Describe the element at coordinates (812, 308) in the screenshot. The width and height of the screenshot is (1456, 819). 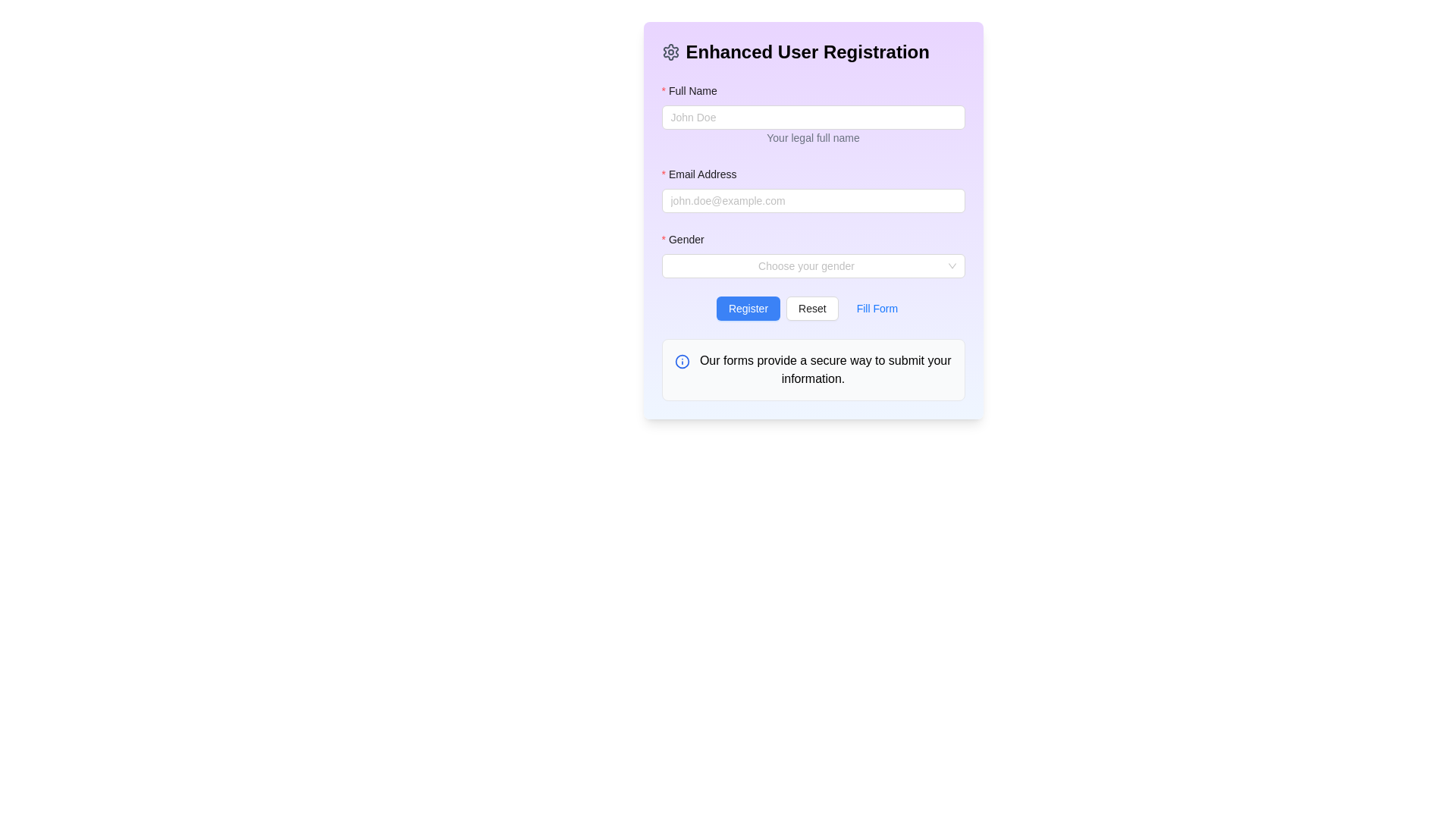
I see `the 'Reset' button located between 'Register' and 'Fill Form' at the bottom of the registration form to clear all input fields` at that location.